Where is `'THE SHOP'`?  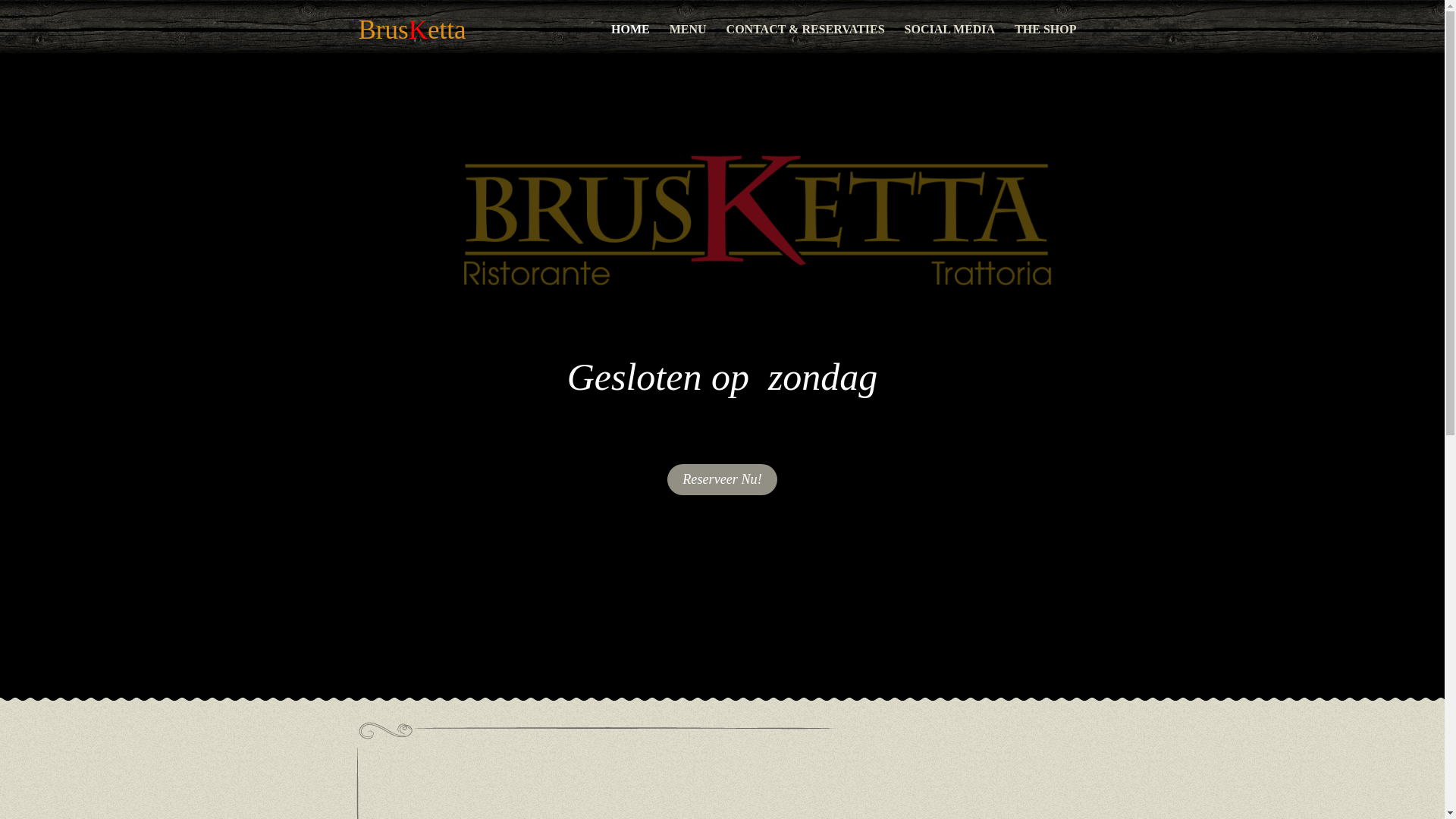
'THE SHOP' is located at coordinates (1044, 30).